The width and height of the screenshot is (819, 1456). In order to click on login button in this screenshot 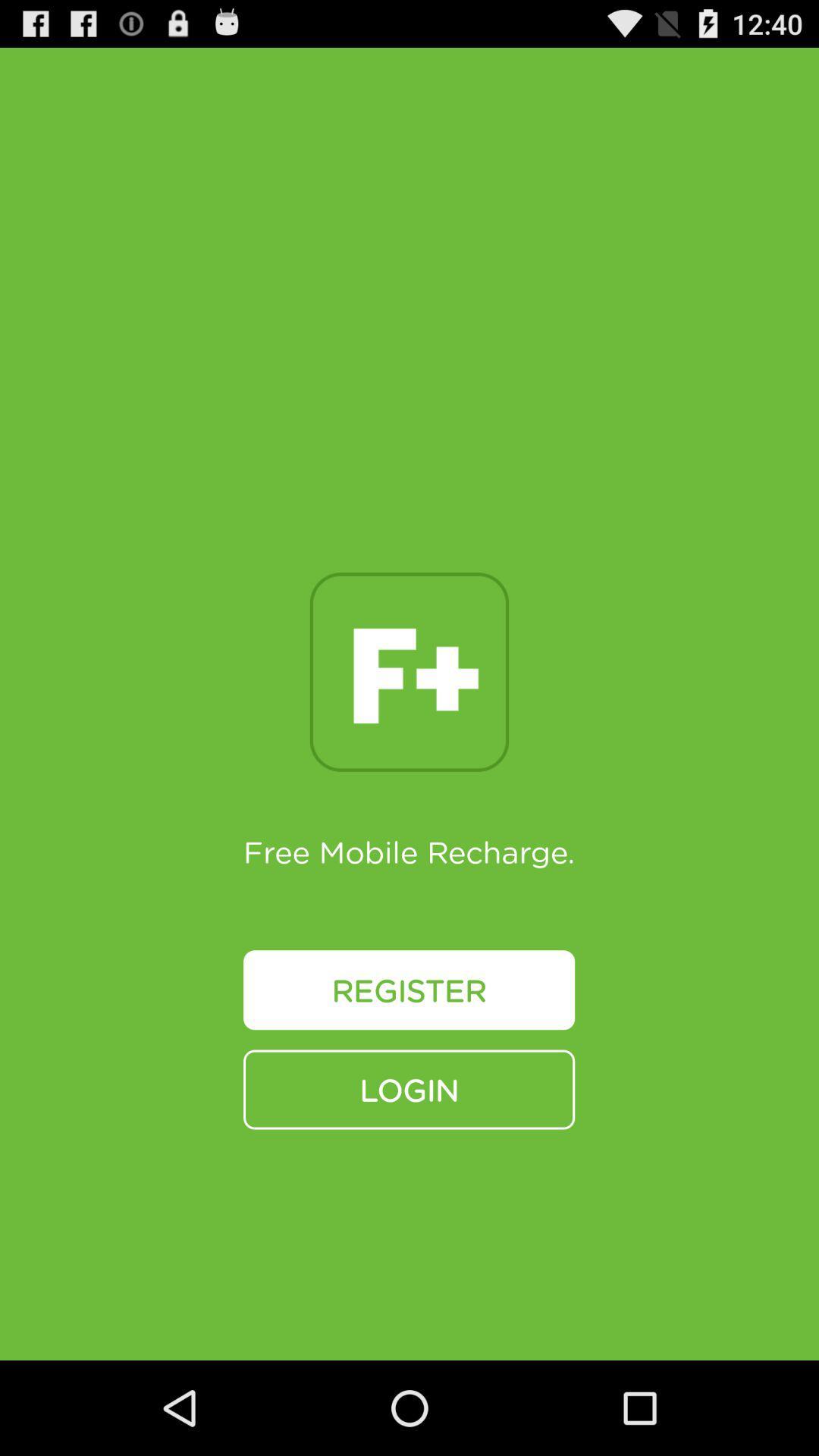, I will do `click(408, 1088)`.